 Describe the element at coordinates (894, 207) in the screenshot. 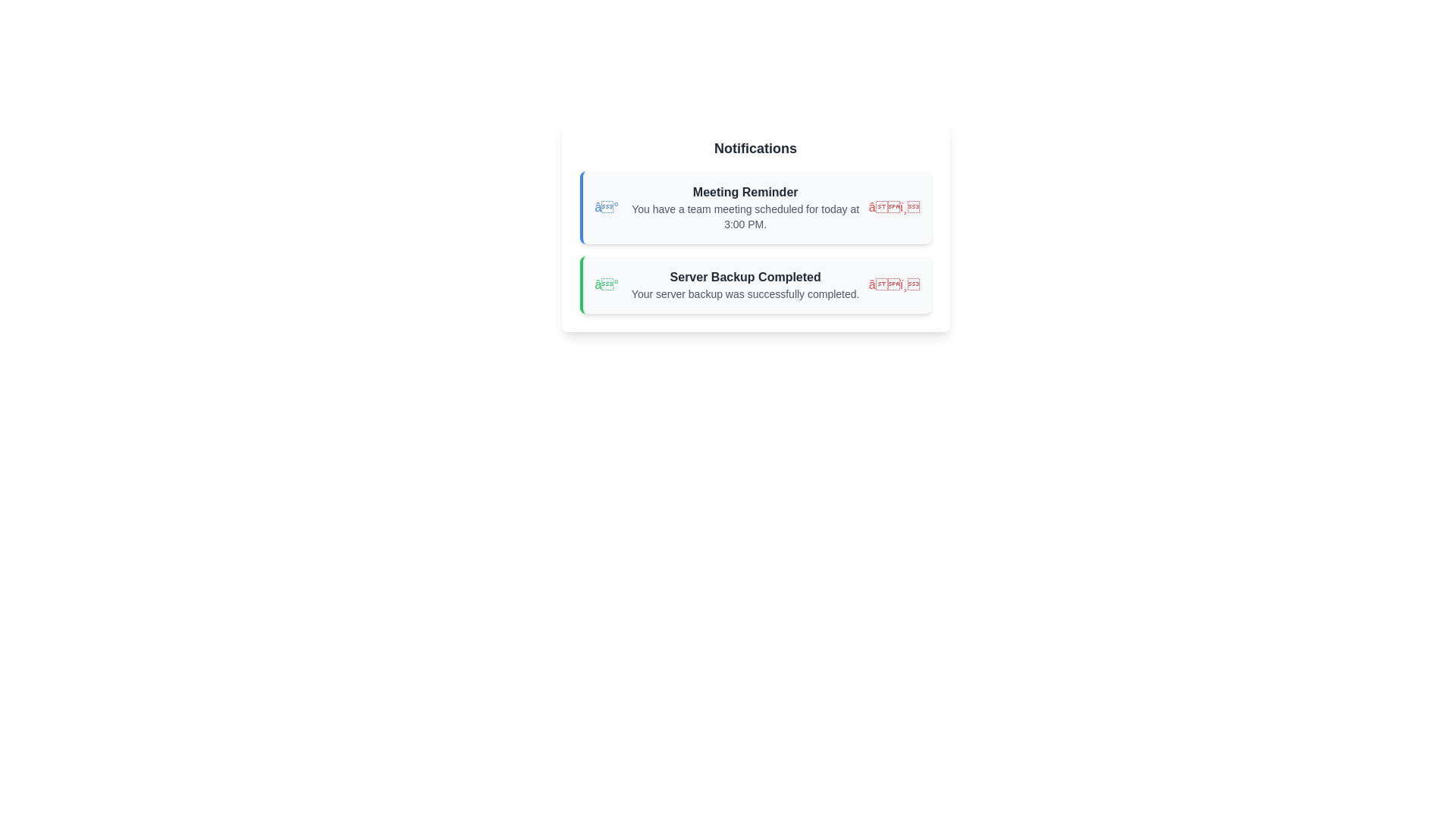

I see `the close button located at the far-right of the 'Meeting Reminder' notification` at that location.